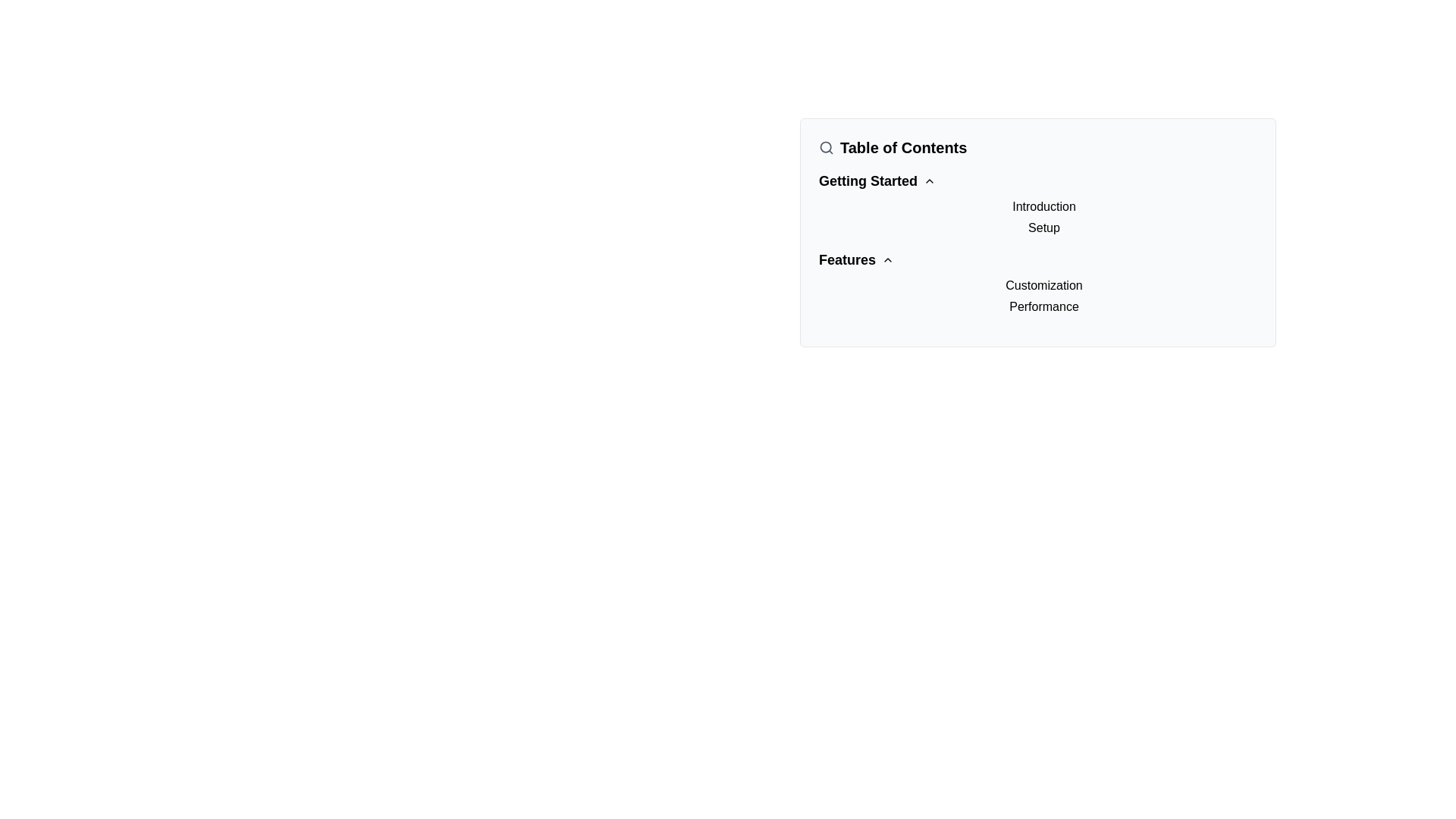  What do you see at coordinates (888, 259) in the screenshot?
I see `the collapse icon located to the right of the 'Features' text in the 'Table of Contents' section` at bounding box center [888, 259].